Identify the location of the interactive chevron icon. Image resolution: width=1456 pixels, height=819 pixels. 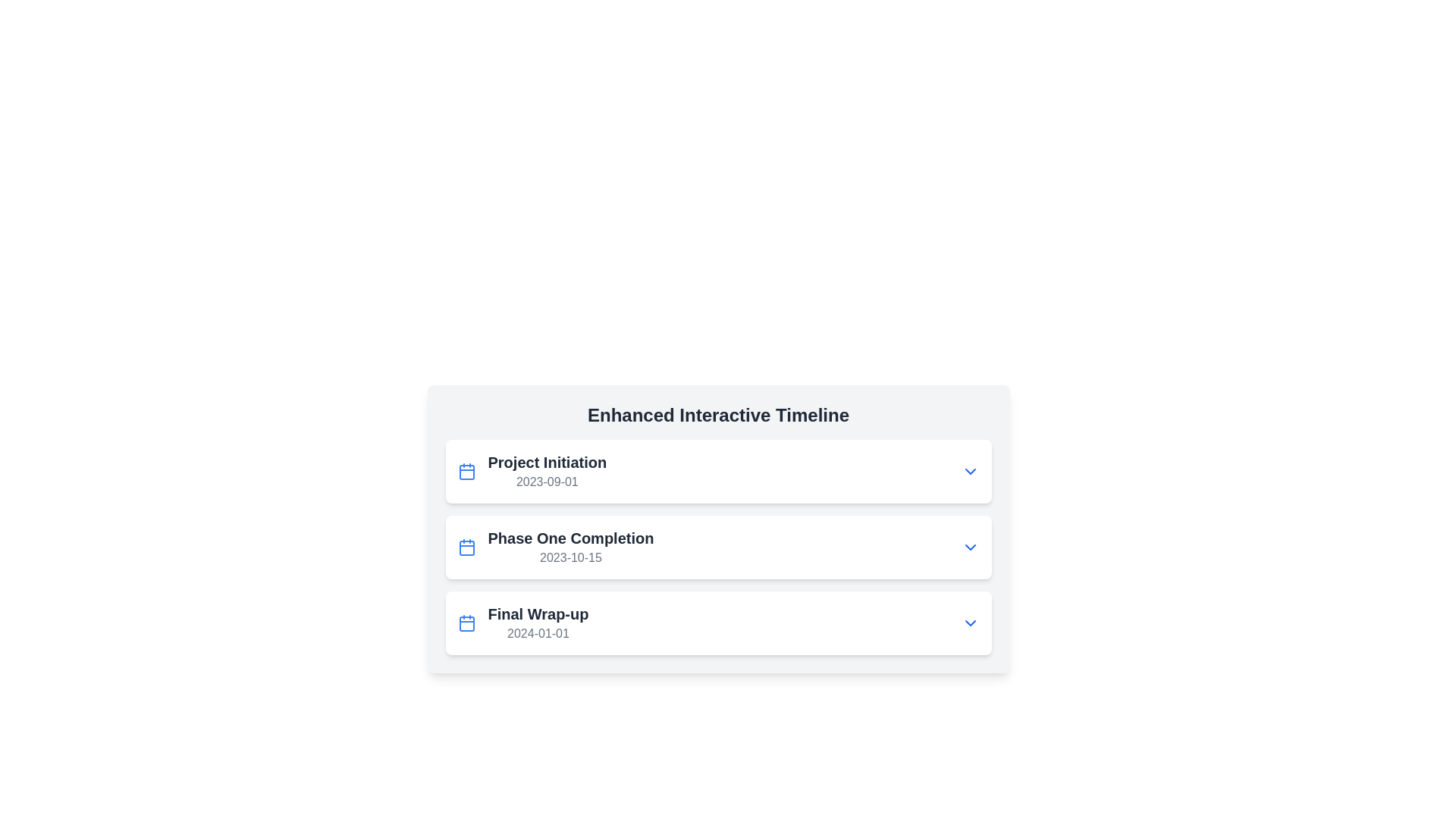
(969, 547).